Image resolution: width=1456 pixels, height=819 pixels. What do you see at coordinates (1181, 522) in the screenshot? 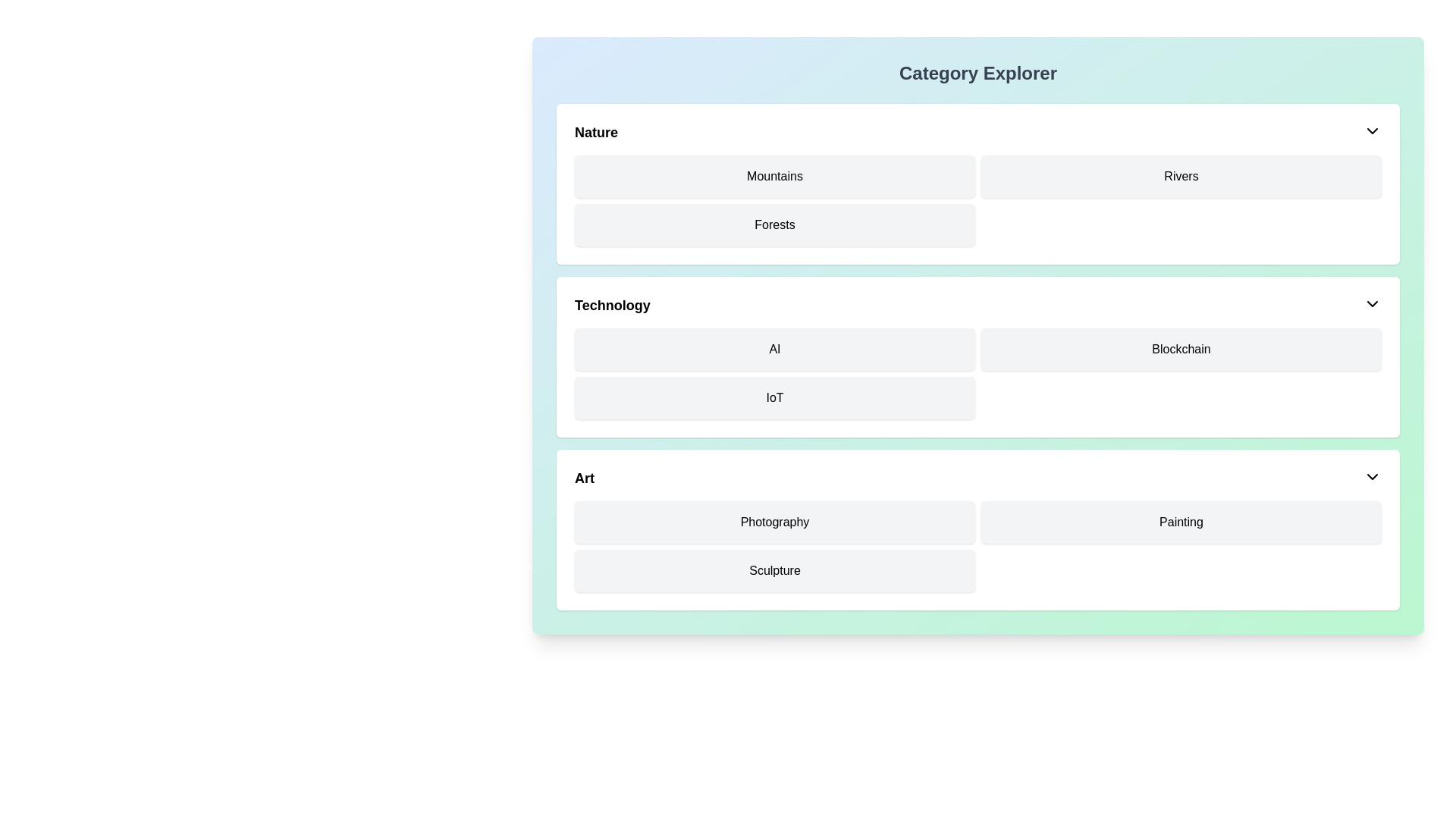
I see `the 'Painting' category button, which is the second button in the 'Art' section, located to the right of the 'Photography' button and above the 'Sculpture' button` at bounding box center [1181, 522].